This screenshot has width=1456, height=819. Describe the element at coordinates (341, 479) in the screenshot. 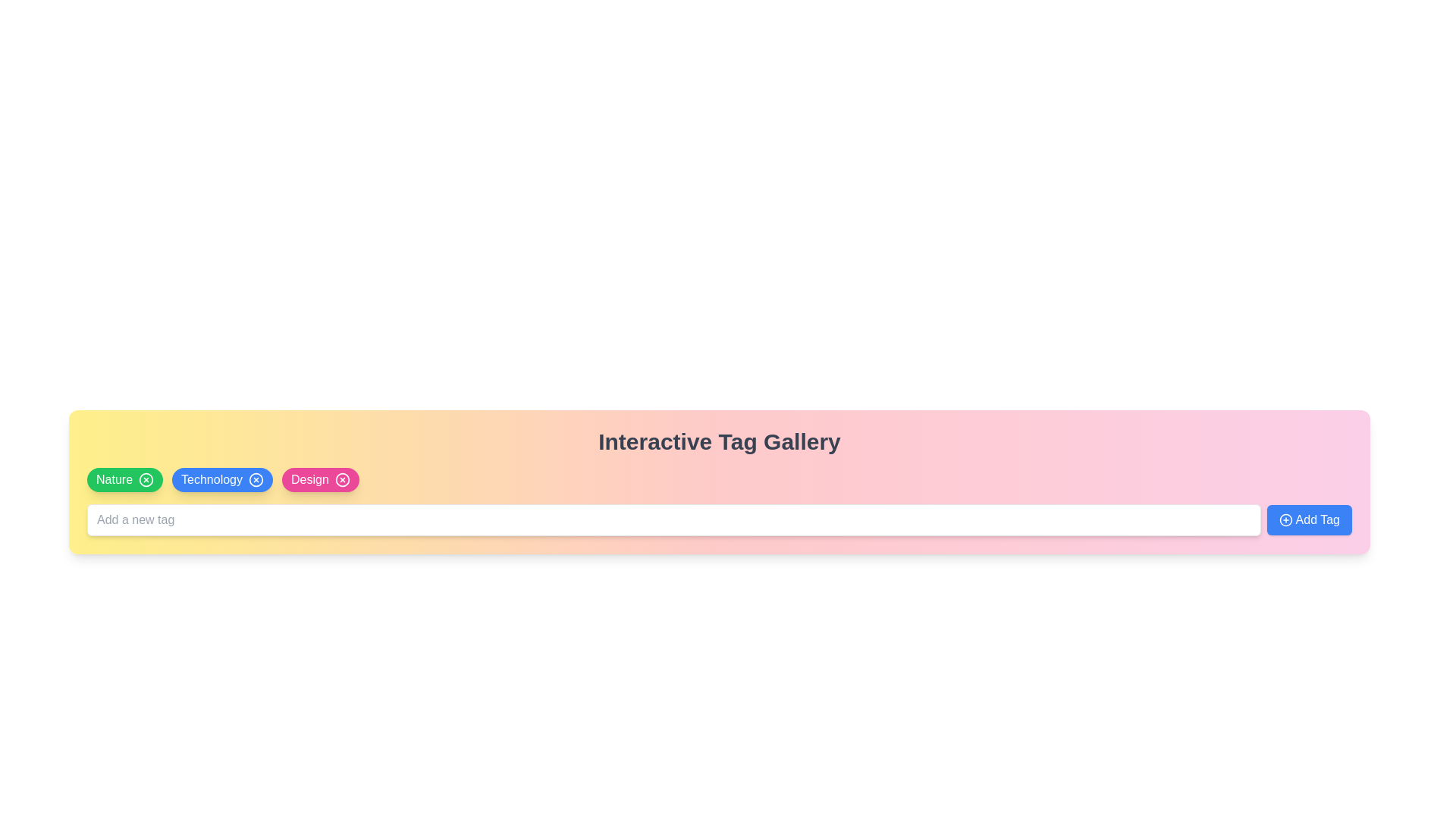

I see `the pink circle with a white outline that is part of the 'Design' tag` at that location.